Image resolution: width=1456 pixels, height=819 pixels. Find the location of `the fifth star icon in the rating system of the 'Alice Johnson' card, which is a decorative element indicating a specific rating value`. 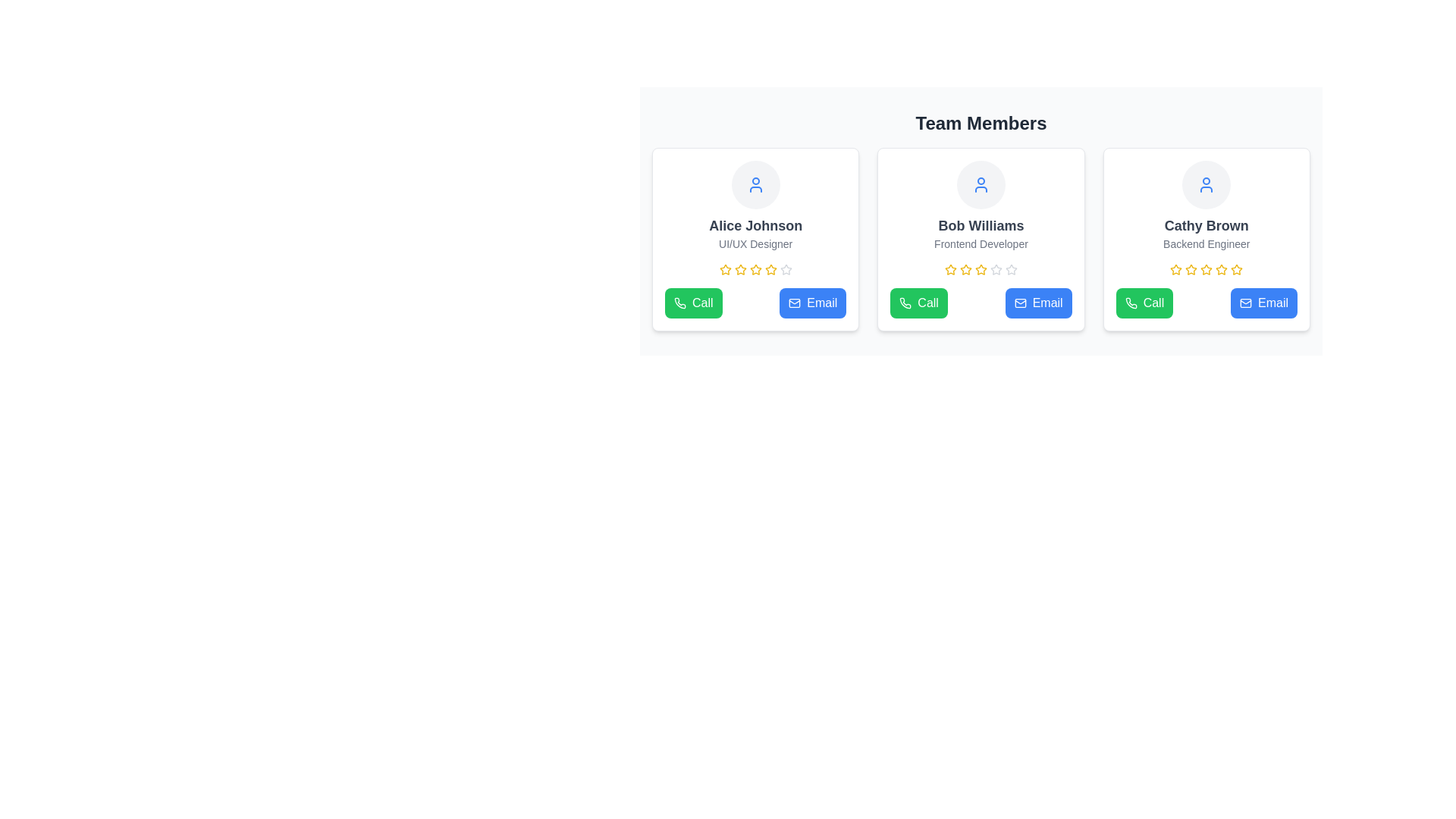

the fifth star icon in the rating system of the 'Alice Johnson' card, which is a decorative element indicating a specific rating value is located at coordinates (770, 268).